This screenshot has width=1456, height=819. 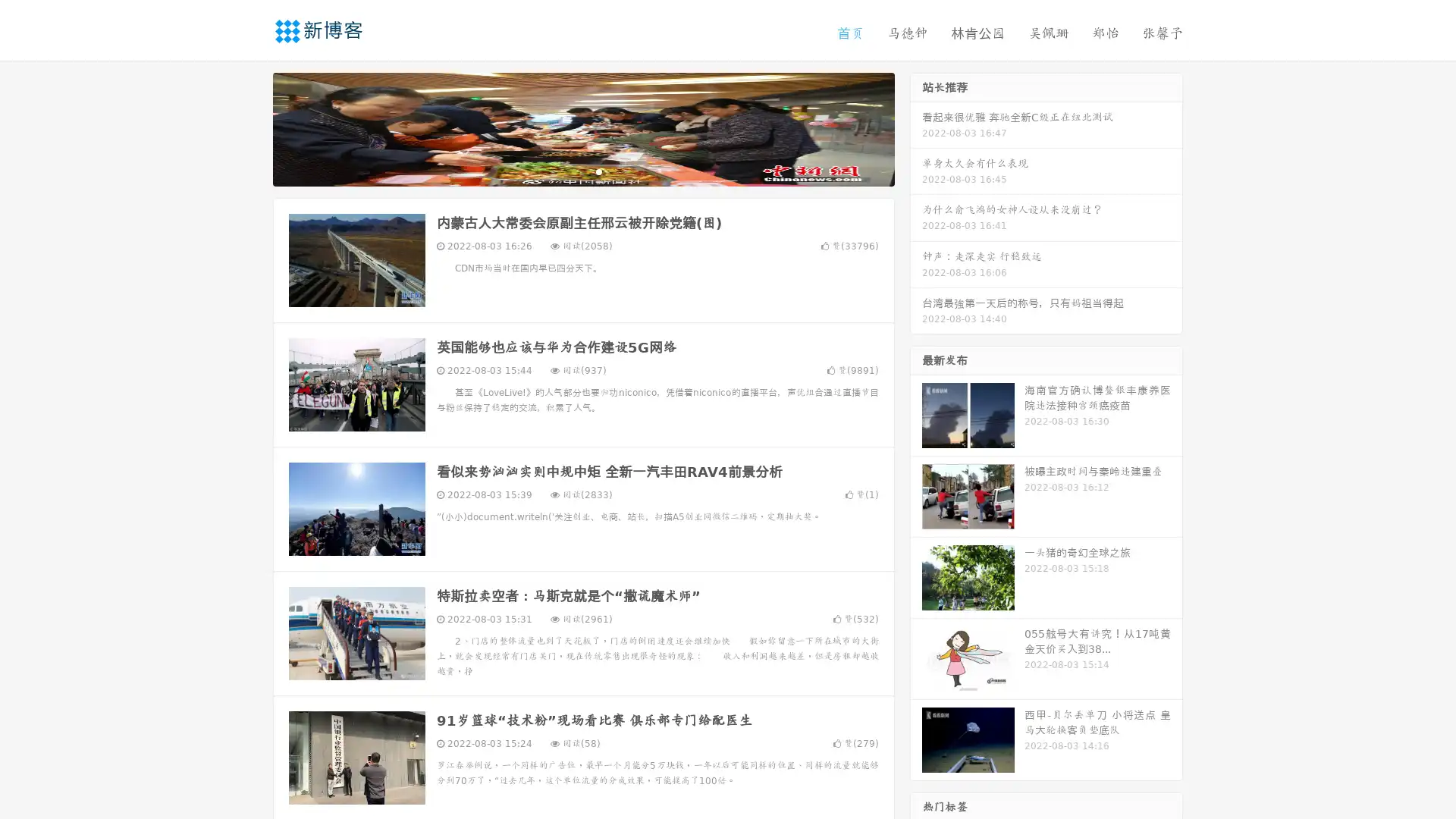 I want to click on Go to slide 3, so click(x=598, y=171).